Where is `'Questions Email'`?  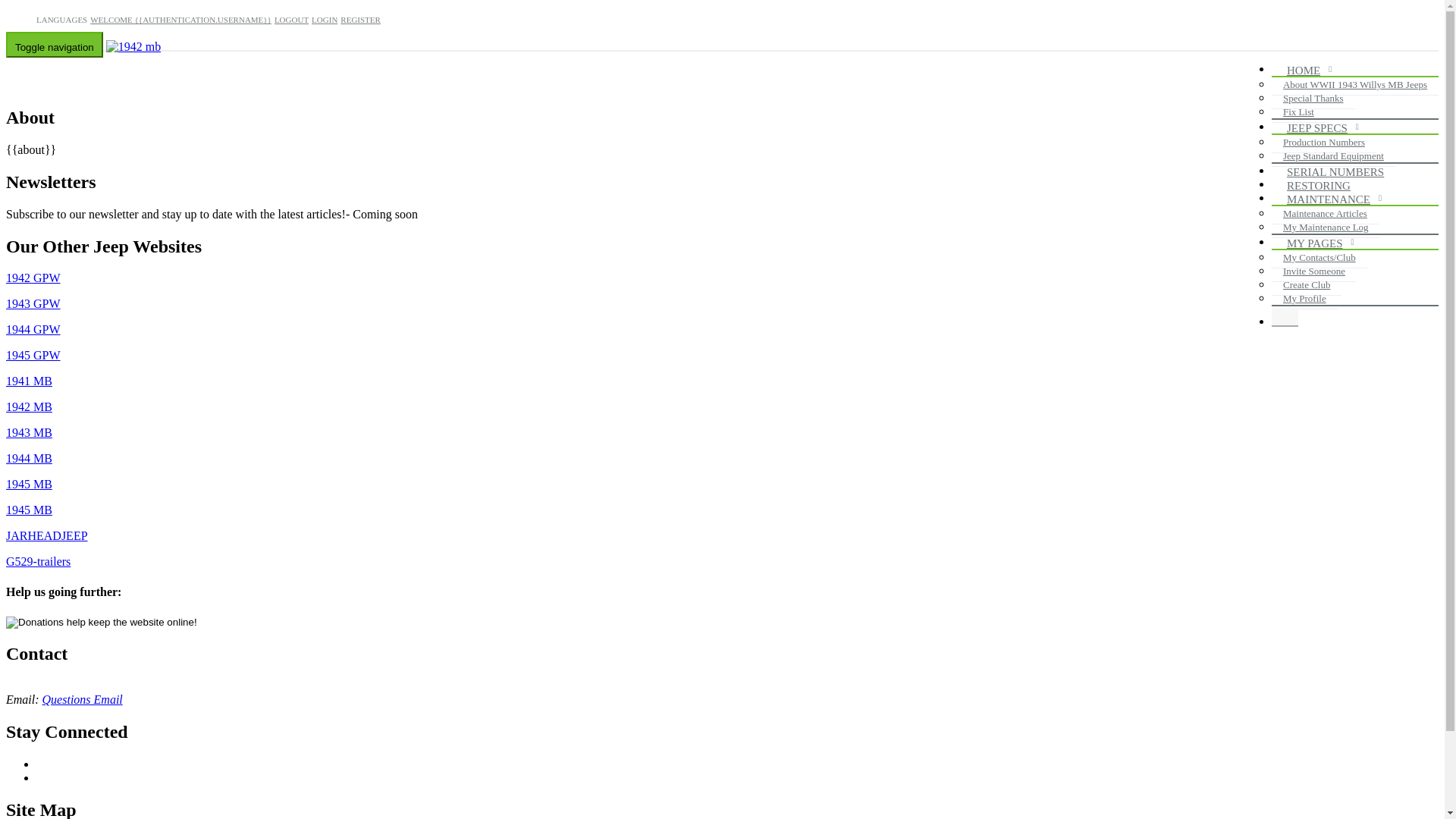
'Questions Email' is located at coordinates (82, 699).